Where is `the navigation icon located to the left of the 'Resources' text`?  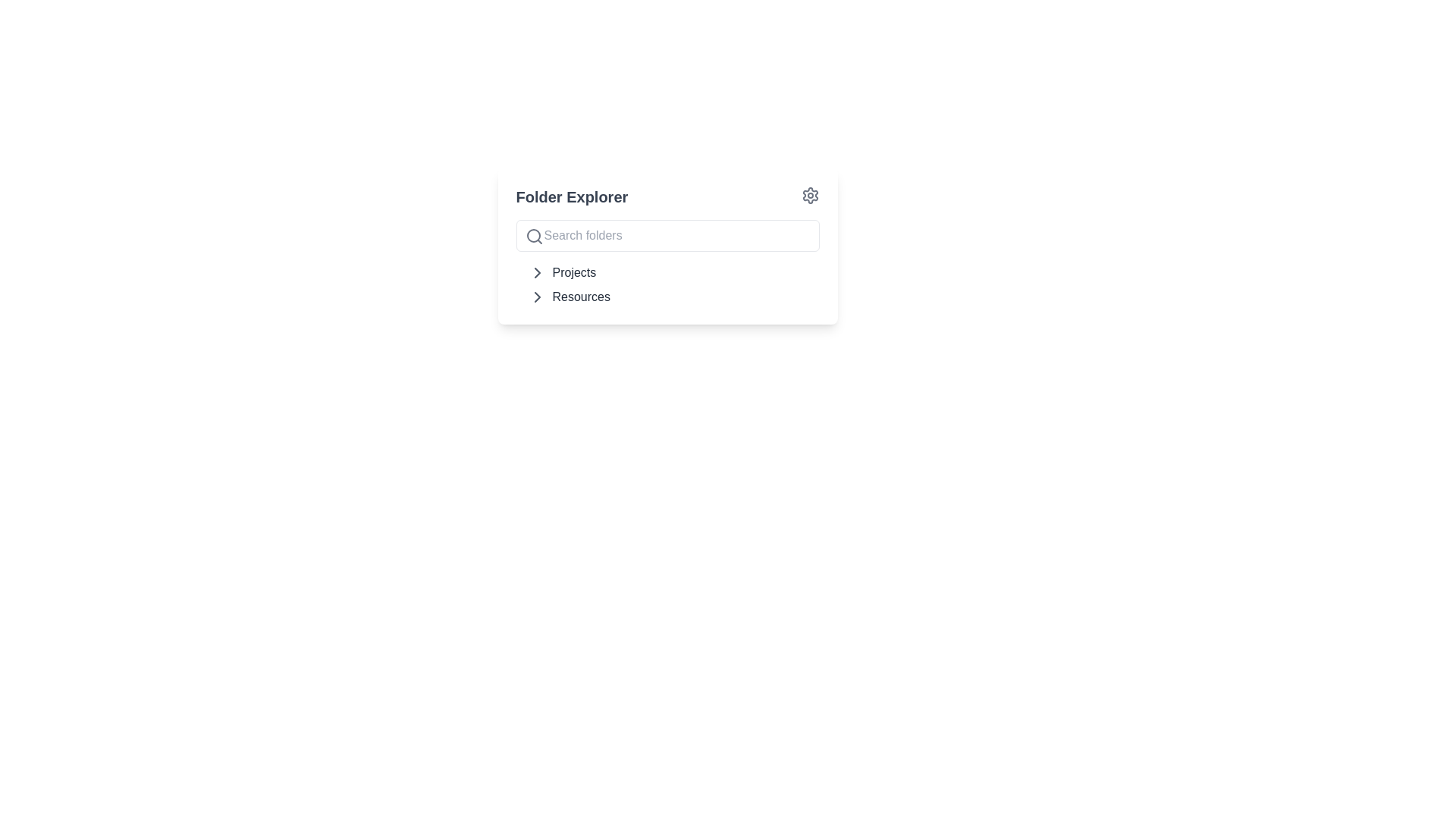
the navigation icon located to the left of the 'Resources' text is located at coordinates (537, 297).